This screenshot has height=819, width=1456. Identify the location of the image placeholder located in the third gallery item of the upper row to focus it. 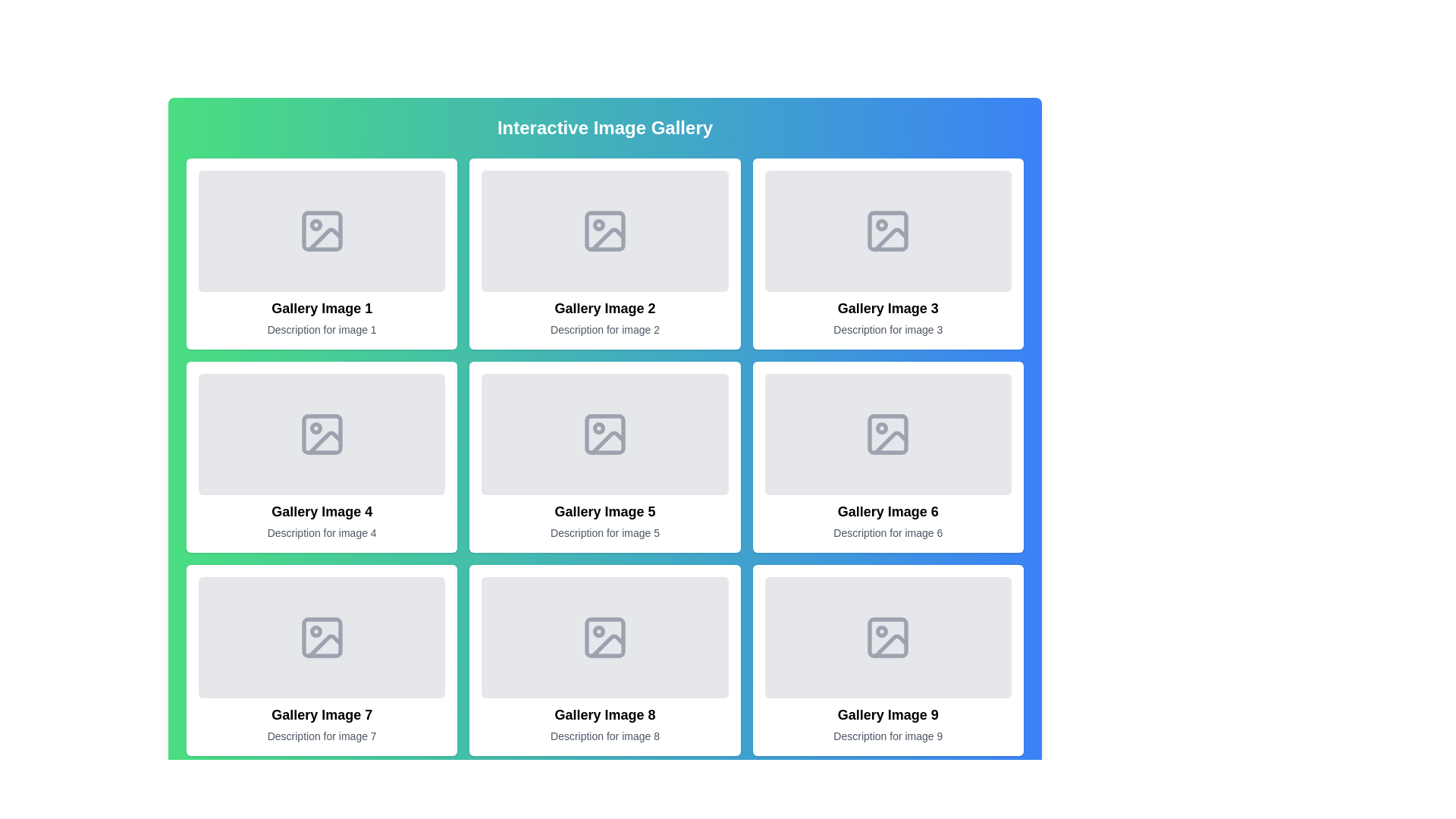
(888, 231).